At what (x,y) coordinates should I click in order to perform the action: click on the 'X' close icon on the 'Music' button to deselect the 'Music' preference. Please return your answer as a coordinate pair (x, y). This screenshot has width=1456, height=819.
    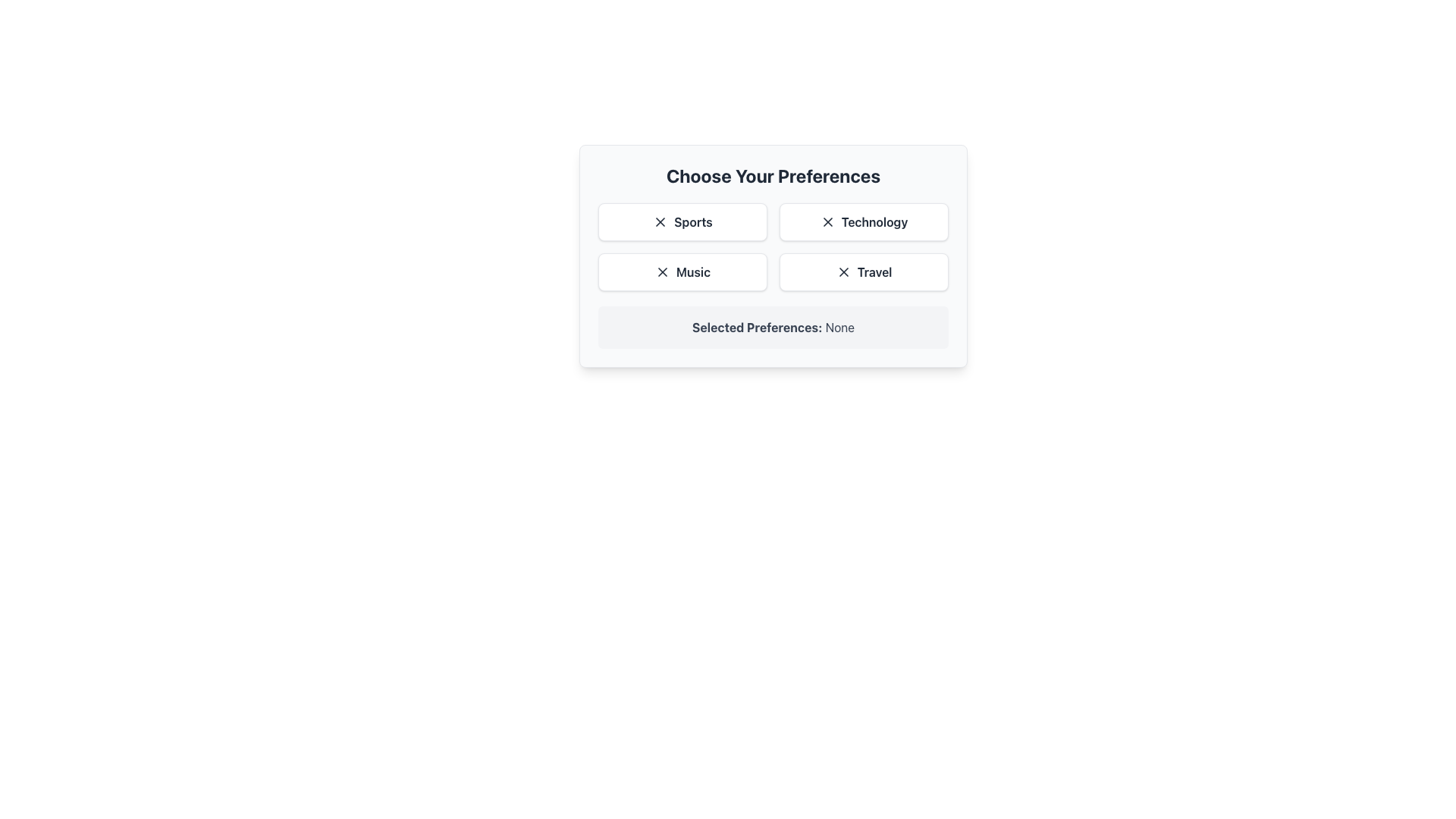
    Looking at the image, I should click on (662, 271).